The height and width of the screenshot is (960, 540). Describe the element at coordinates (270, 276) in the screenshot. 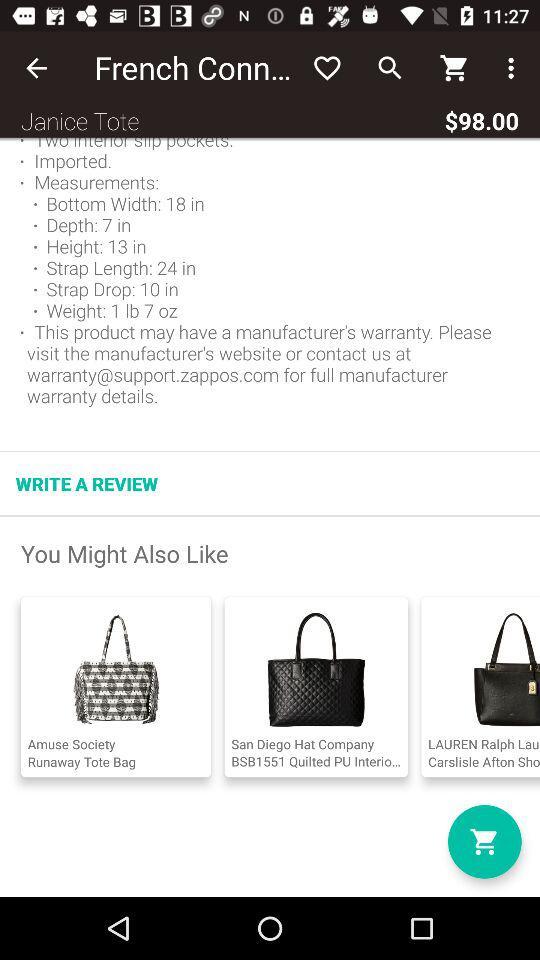

I see `the made of polyurethane item` at that location.